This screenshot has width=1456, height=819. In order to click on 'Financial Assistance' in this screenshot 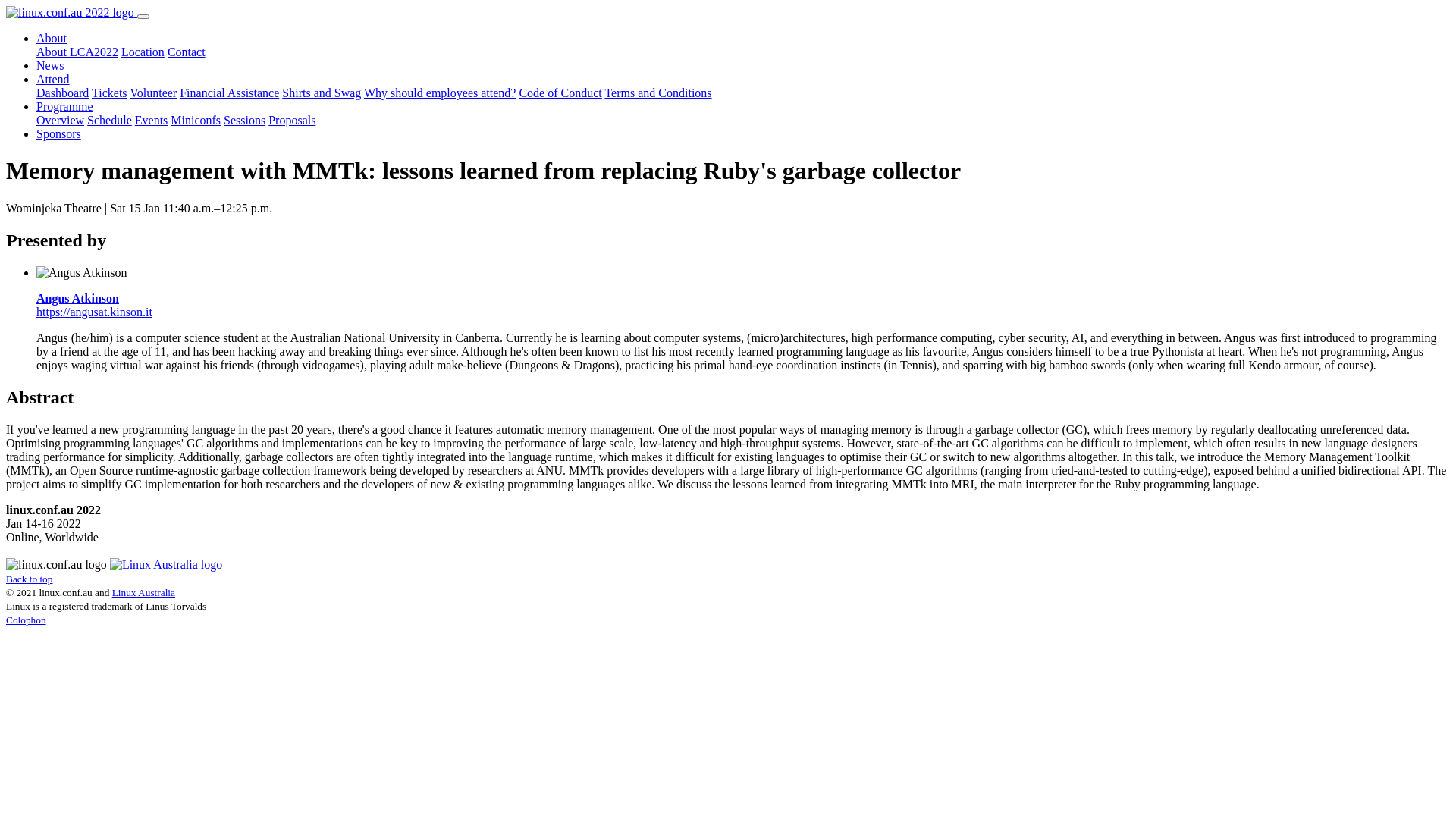, I will do `click(228, 93)`.